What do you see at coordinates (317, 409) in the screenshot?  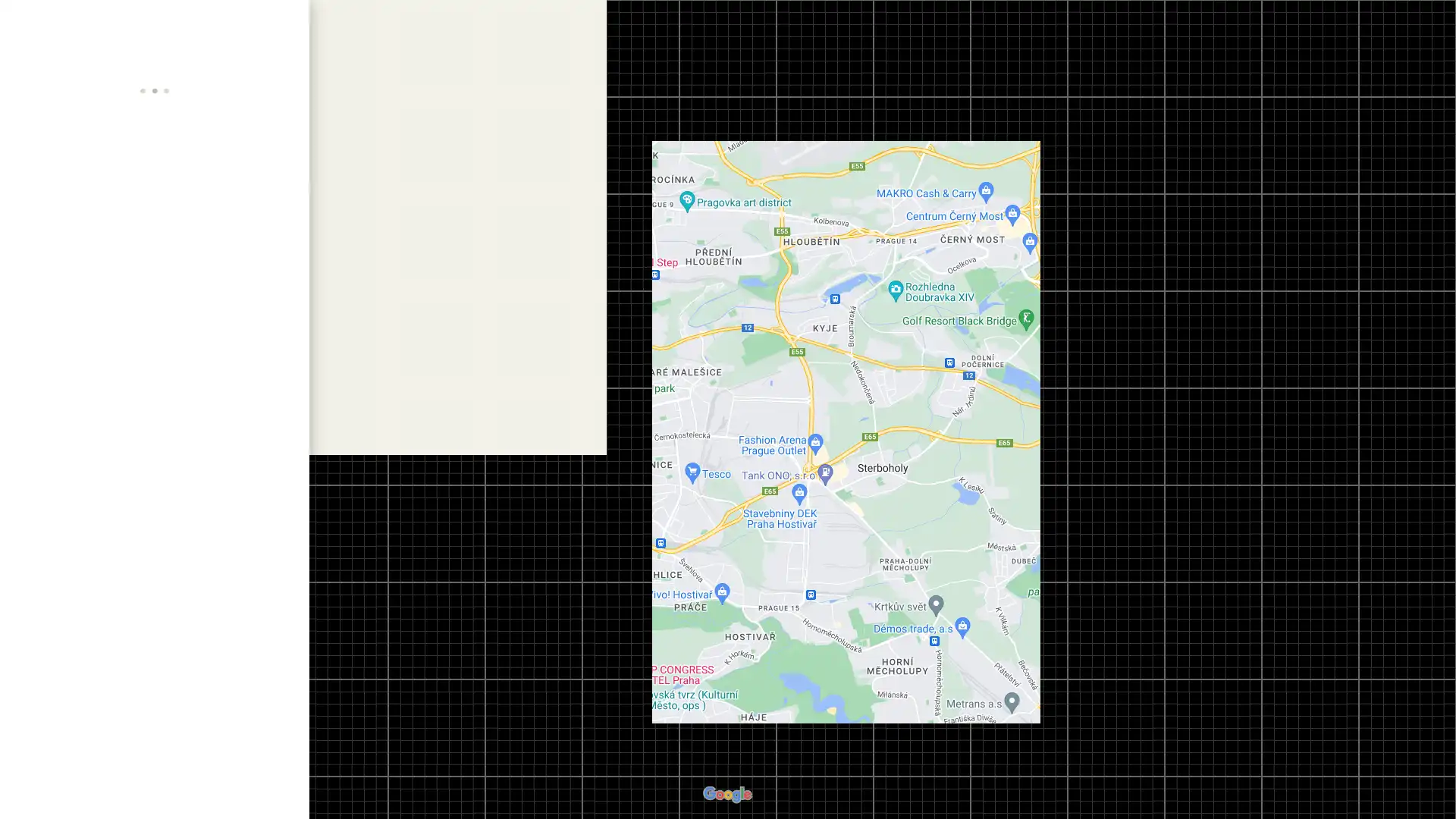 I see `Collapse side panel` at bounding box center [317, 409].